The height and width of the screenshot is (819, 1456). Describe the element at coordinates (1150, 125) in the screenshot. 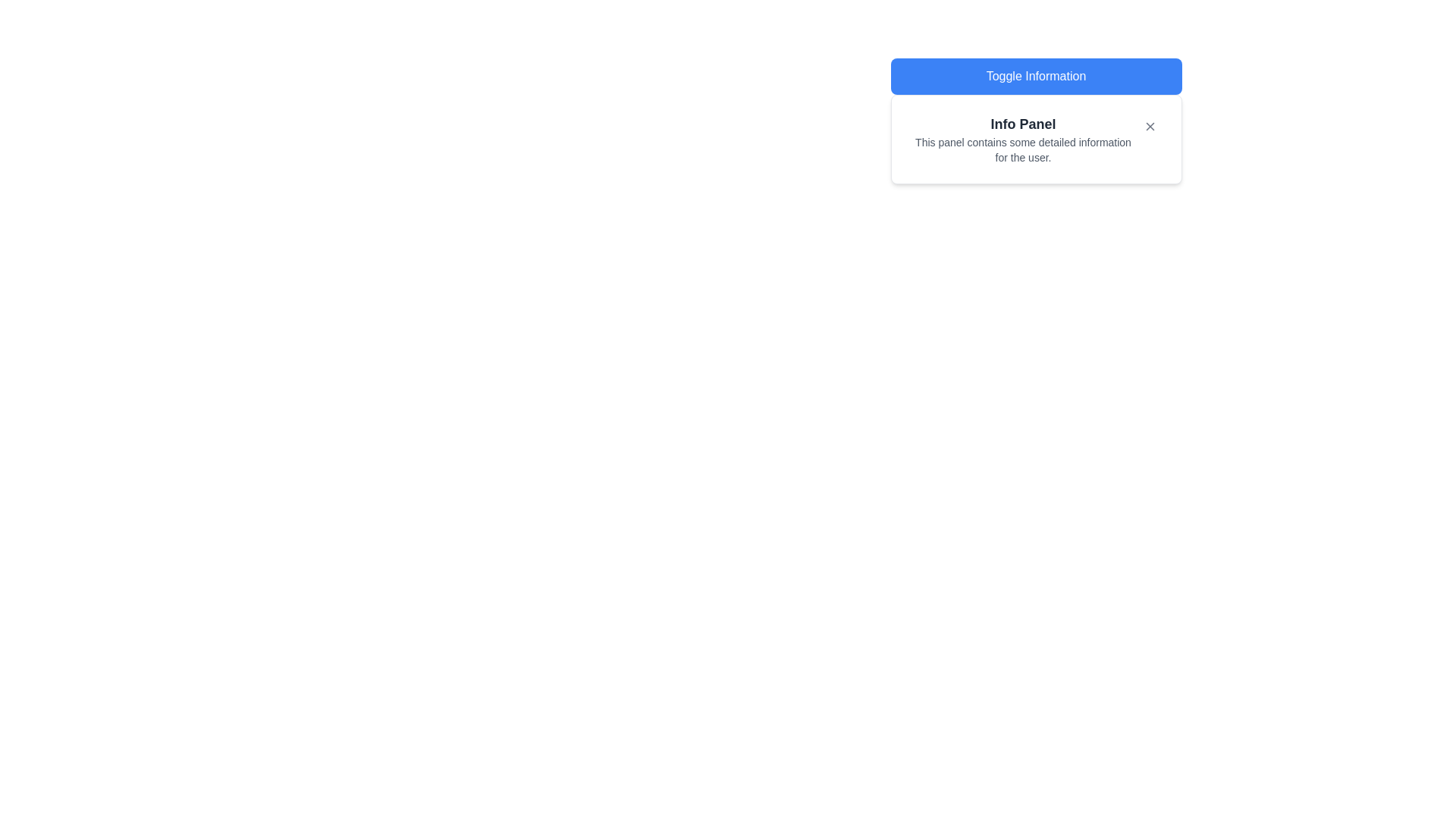

I see `the close button icon located in the top-right corner of the 'Info Panel' to change its color and indicate interactivity` at that location.